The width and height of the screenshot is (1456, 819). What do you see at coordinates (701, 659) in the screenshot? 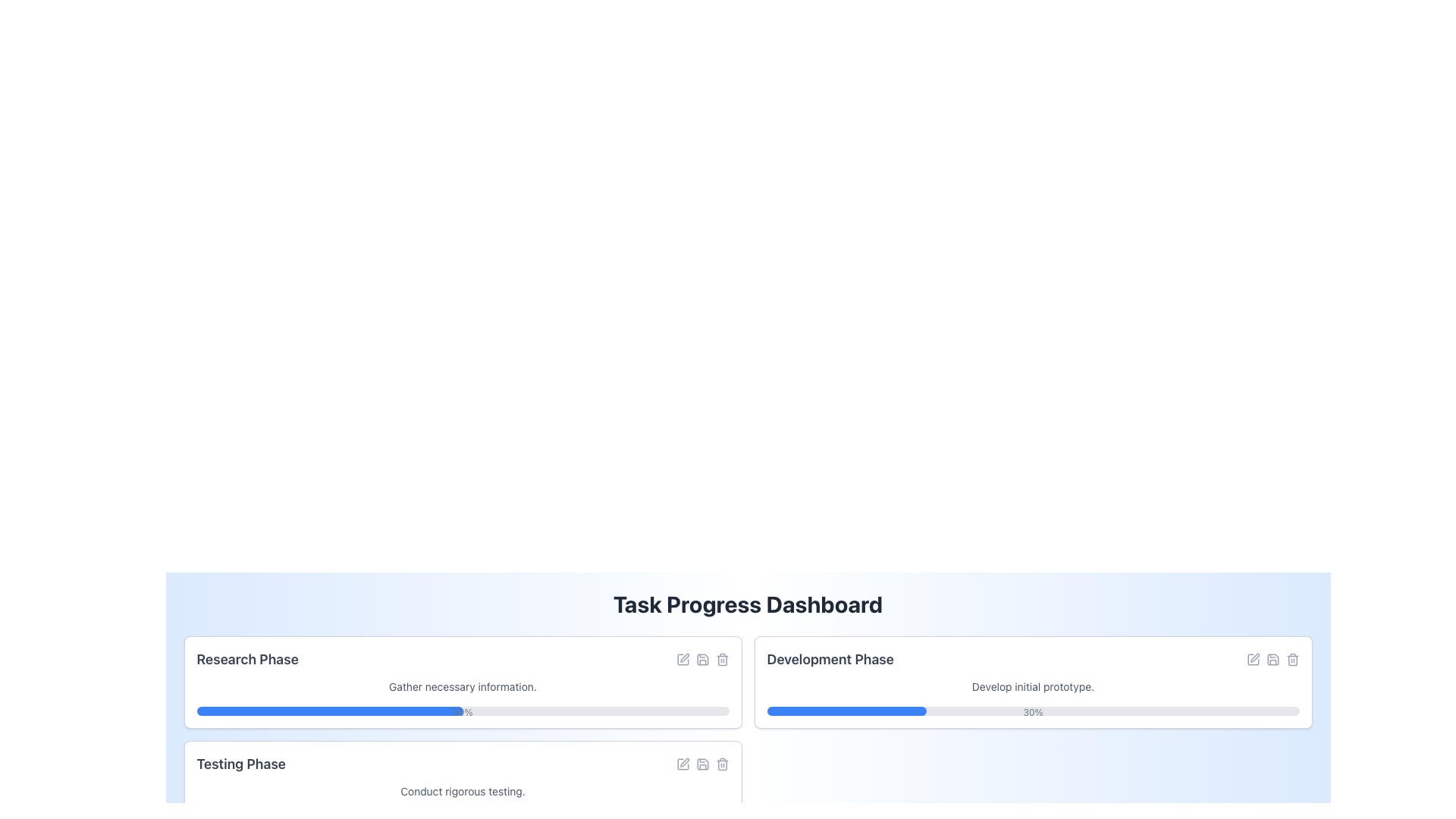
I see `the trash bin icon in the Action menu located in the upper-right corner of the 'Research Phase' card` at bounding box center [701, 659].